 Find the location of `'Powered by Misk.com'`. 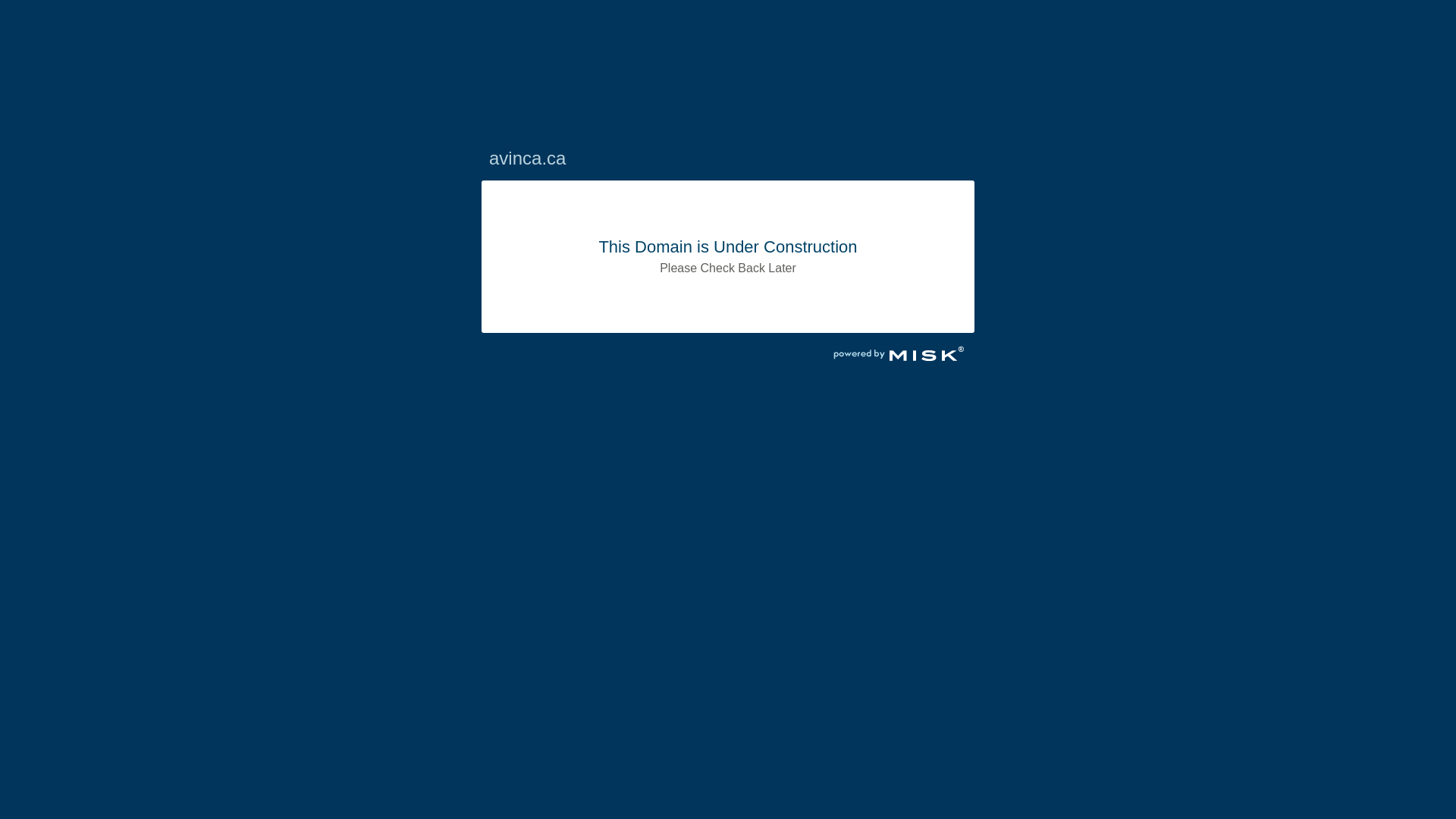

'Powered by Misk.com' is located at coordinates (899, 356).